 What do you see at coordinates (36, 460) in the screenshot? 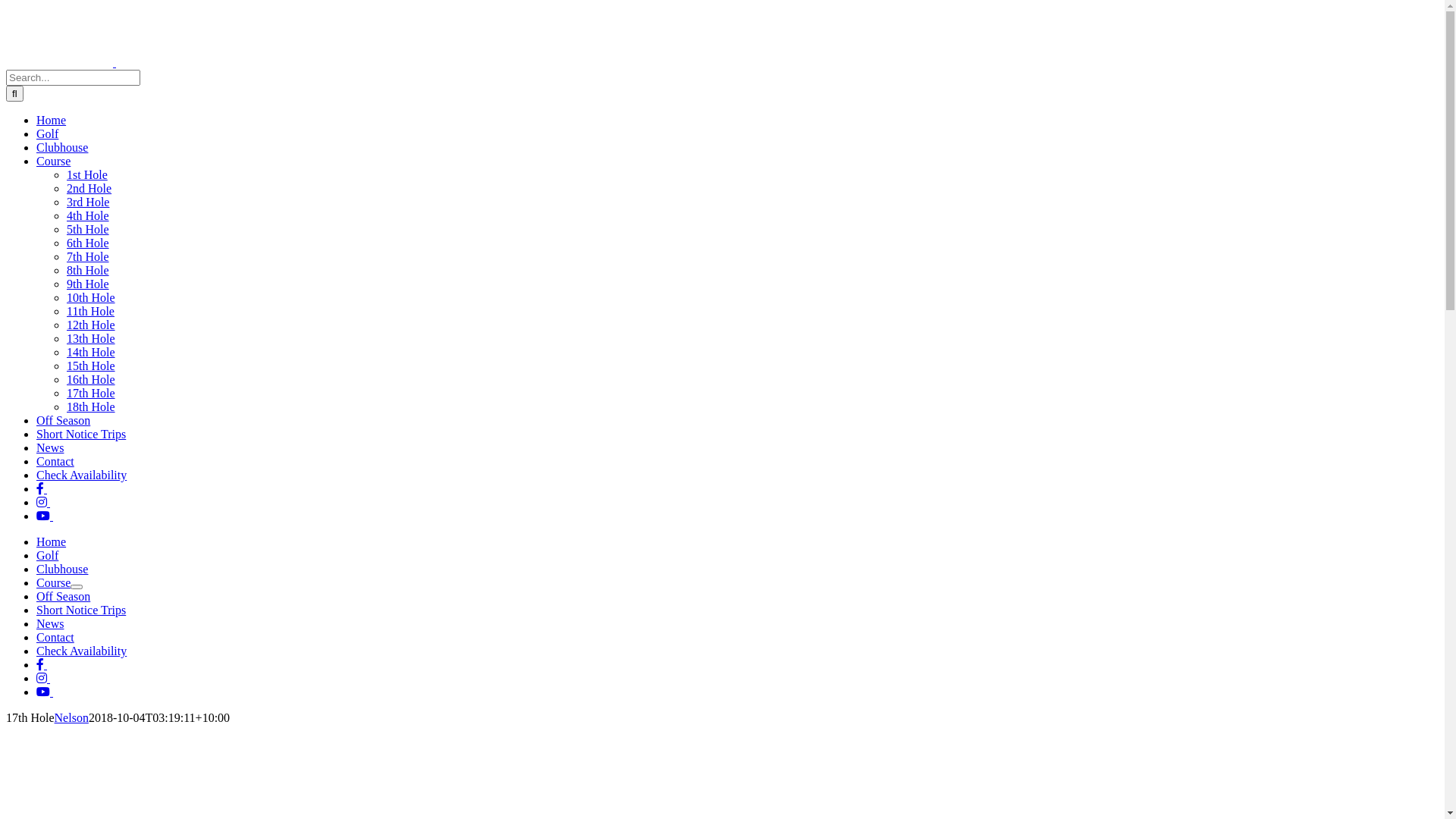
I see `'Contact'` at bounding box center [36, 460].